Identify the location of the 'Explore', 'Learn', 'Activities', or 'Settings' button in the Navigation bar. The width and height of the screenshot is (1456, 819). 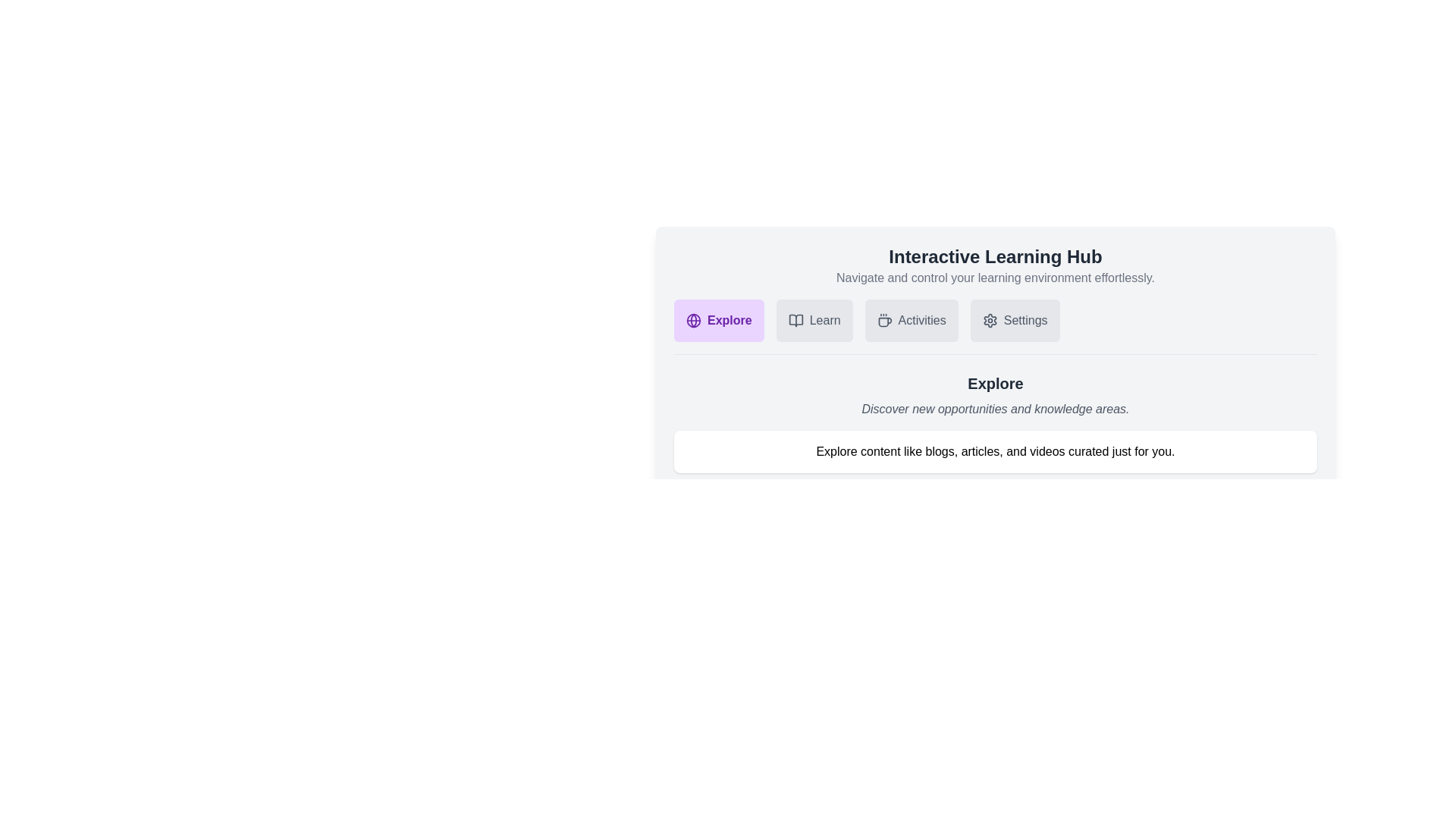
(996, 326).